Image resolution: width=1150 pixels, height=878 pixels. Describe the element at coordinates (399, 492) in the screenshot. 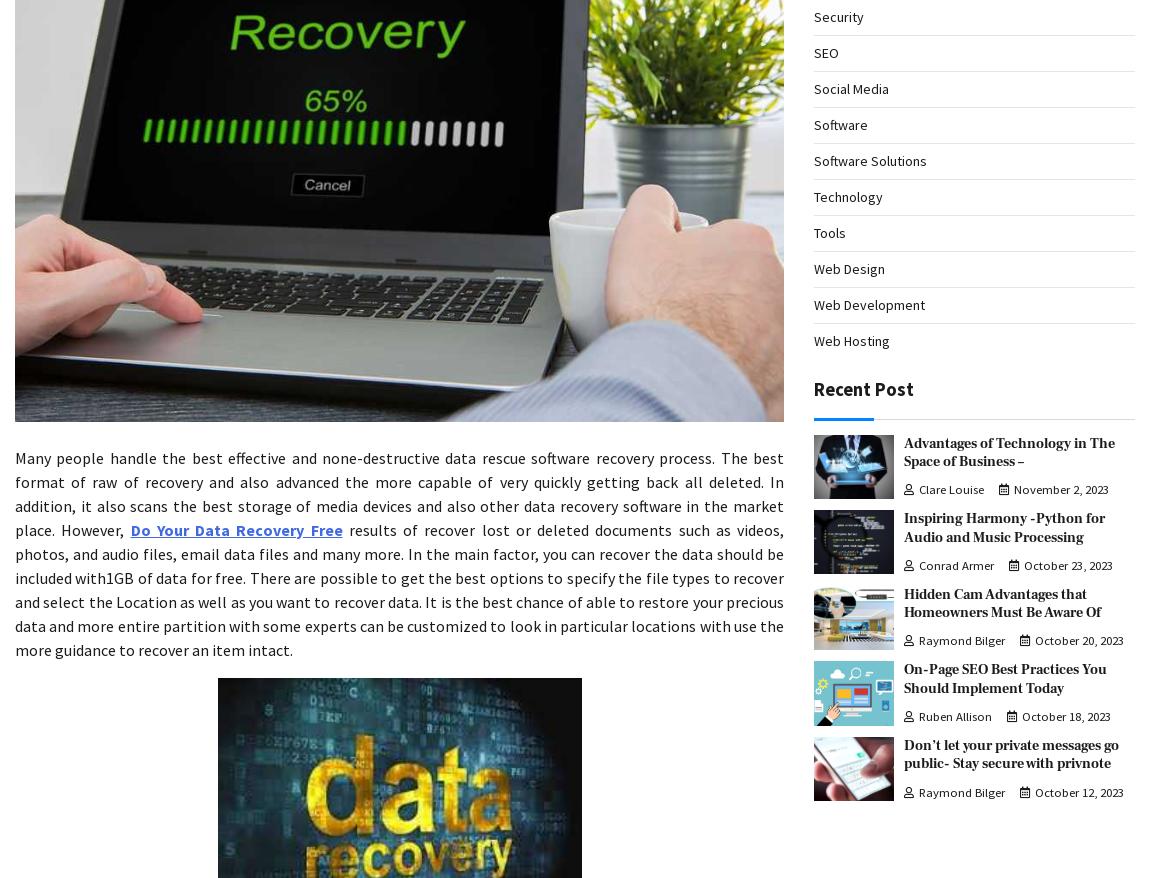

I see `'Many people handle the best effective and none-destructive data rescue software recovery process. The best format of raw of recovery and also advanced the more capable of very quickly getting back all deleted. In addition, it also scans the best storage of media devices and also other data recovery software in the market place. However,'` at that location.